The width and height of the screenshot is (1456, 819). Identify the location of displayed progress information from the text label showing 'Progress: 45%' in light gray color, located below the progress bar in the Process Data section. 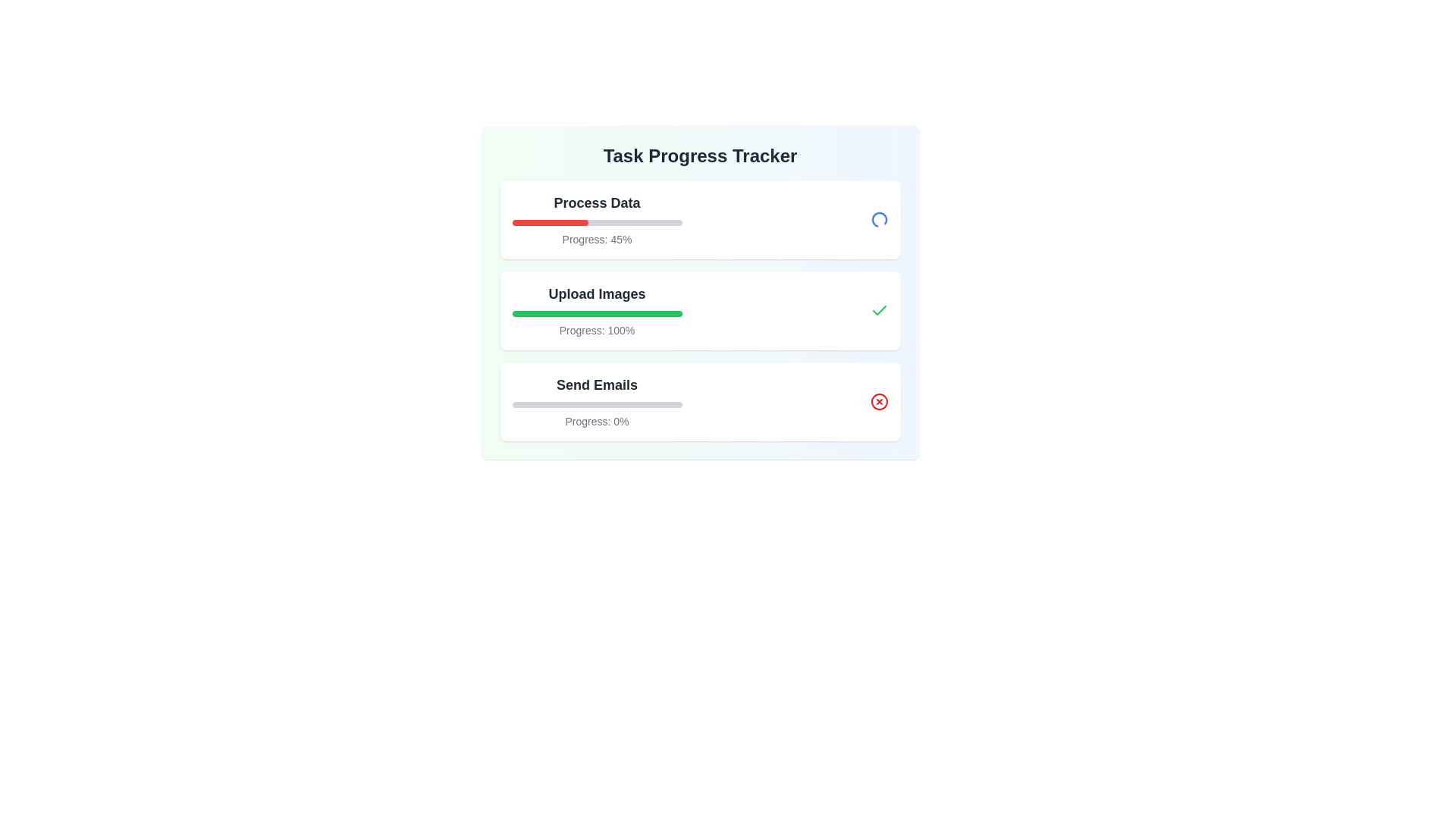
(596, 239).